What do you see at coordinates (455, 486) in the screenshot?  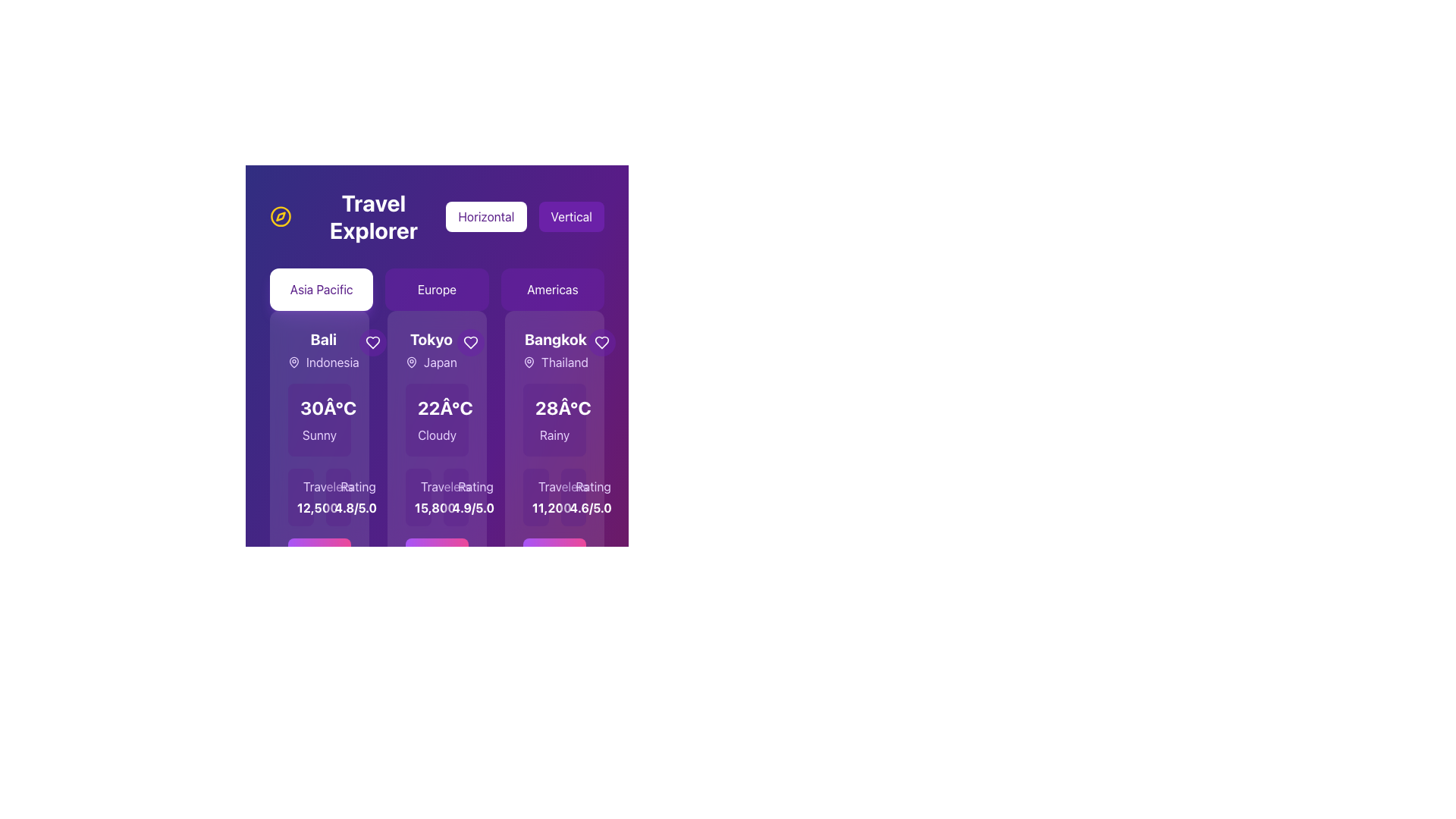 I see `the 'Rating' text label displayed in light purple color next to a small star icon within the 'Tokyo' travel card` at bounding box center [455, 486].